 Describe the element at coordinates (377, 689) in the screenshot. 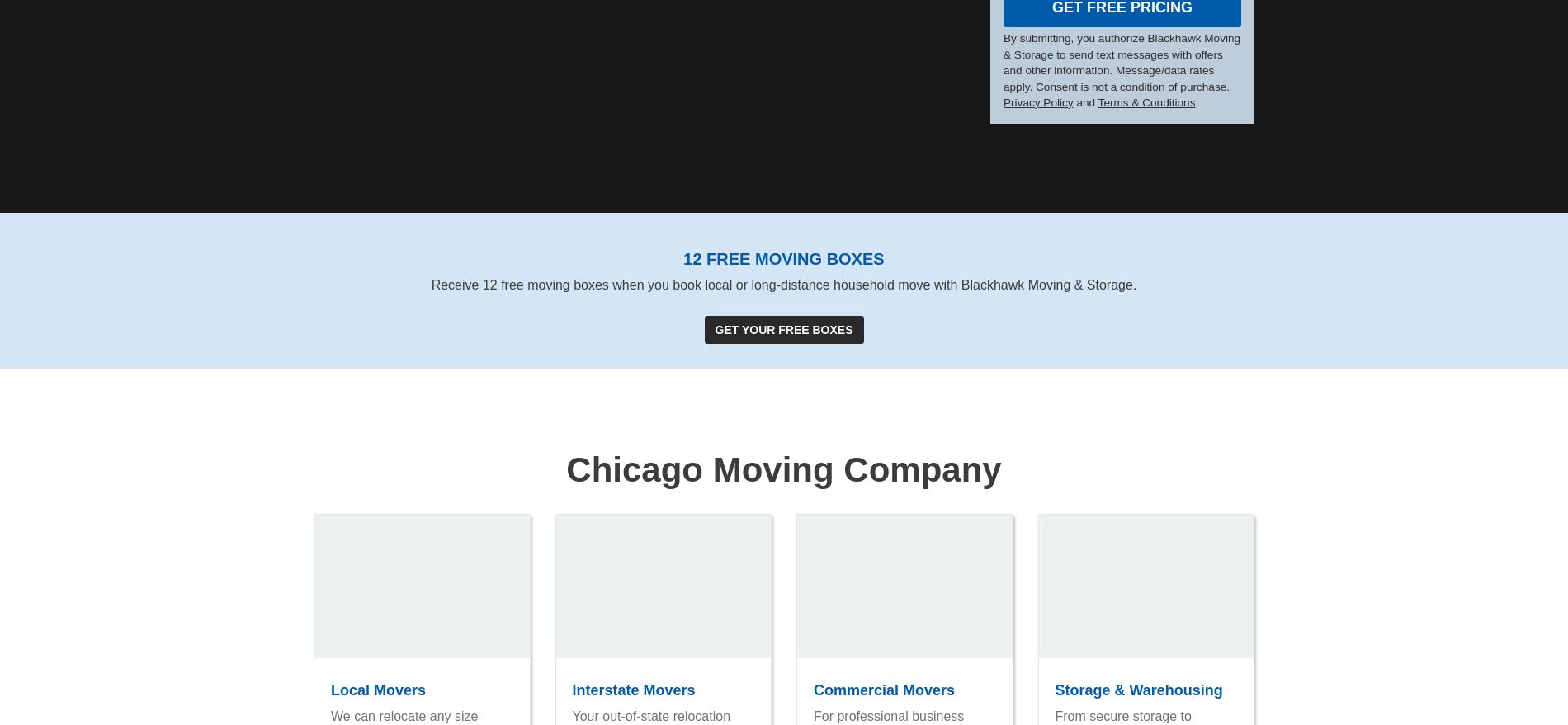

I see `'Local Movers'` at that location.